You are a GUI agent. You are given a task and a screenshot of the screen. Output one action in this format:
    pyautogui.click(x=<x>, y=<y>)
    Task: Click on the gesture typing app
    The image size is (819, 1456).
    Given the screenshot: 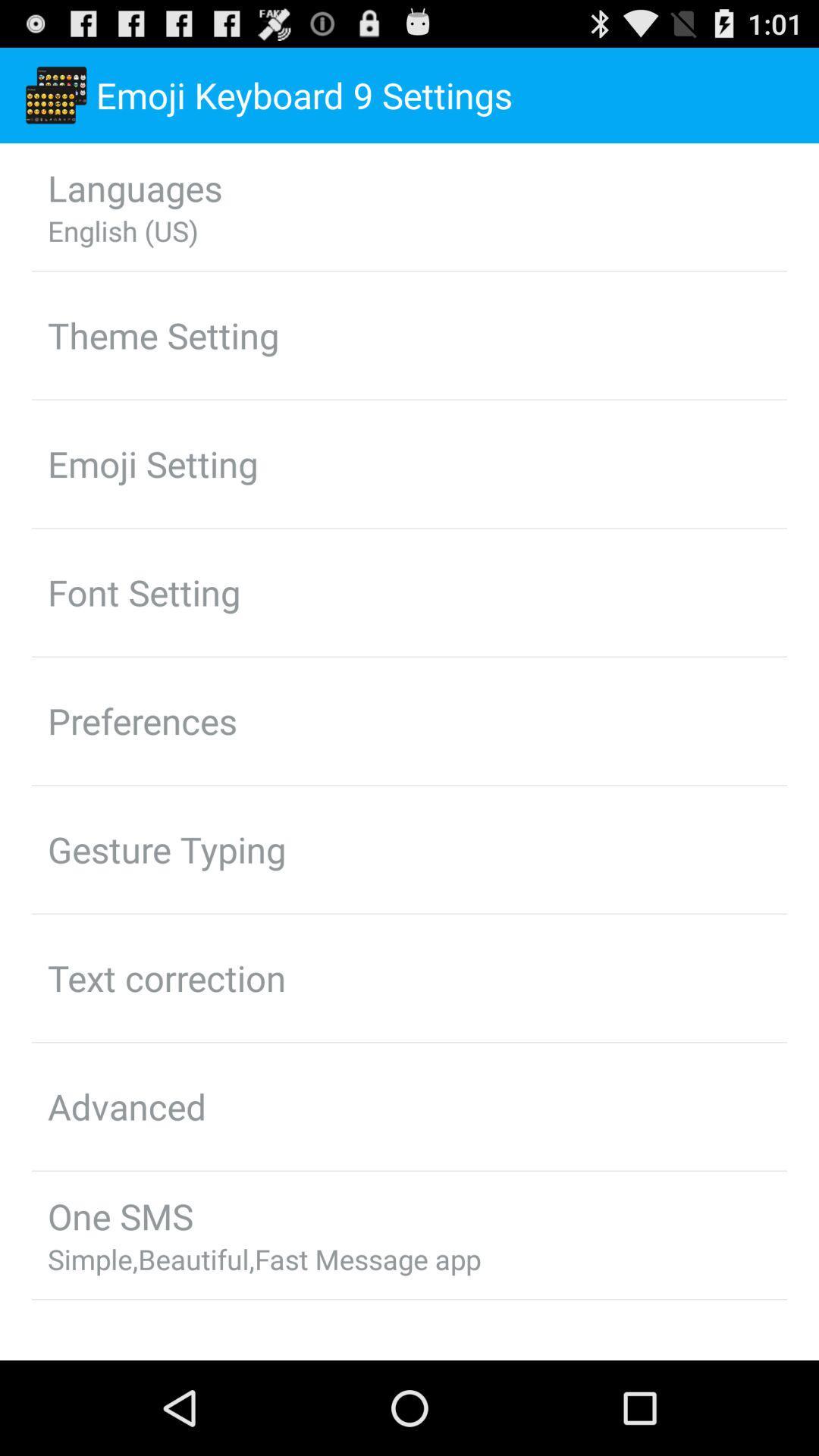 What is the action you would take?
    pyautogui.click(x=167, y=849)
    